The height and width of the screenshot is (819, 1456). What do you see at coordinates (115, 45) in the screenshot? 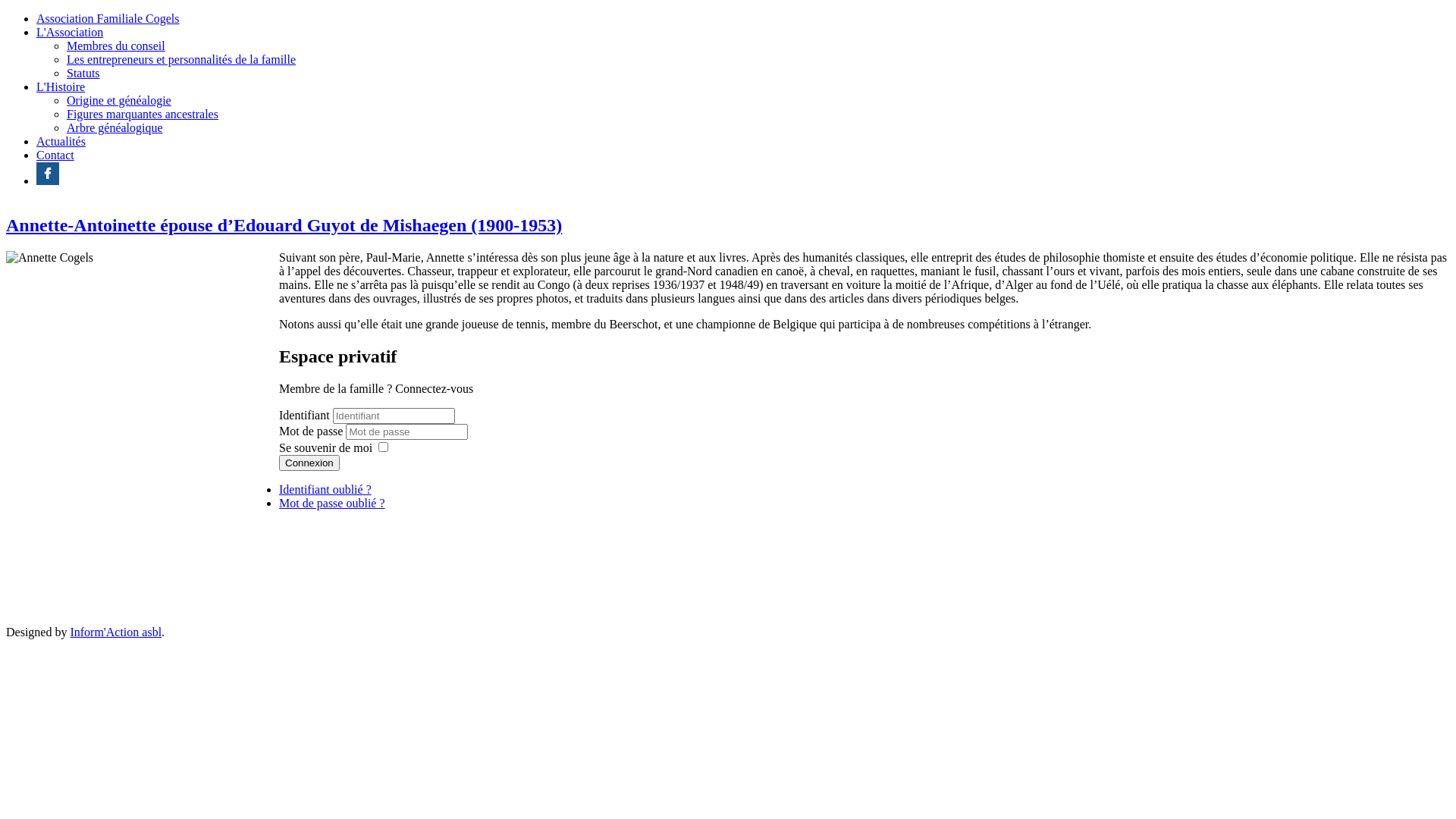
I see `'Membres du conseil'` at bounding box center [115, 45].